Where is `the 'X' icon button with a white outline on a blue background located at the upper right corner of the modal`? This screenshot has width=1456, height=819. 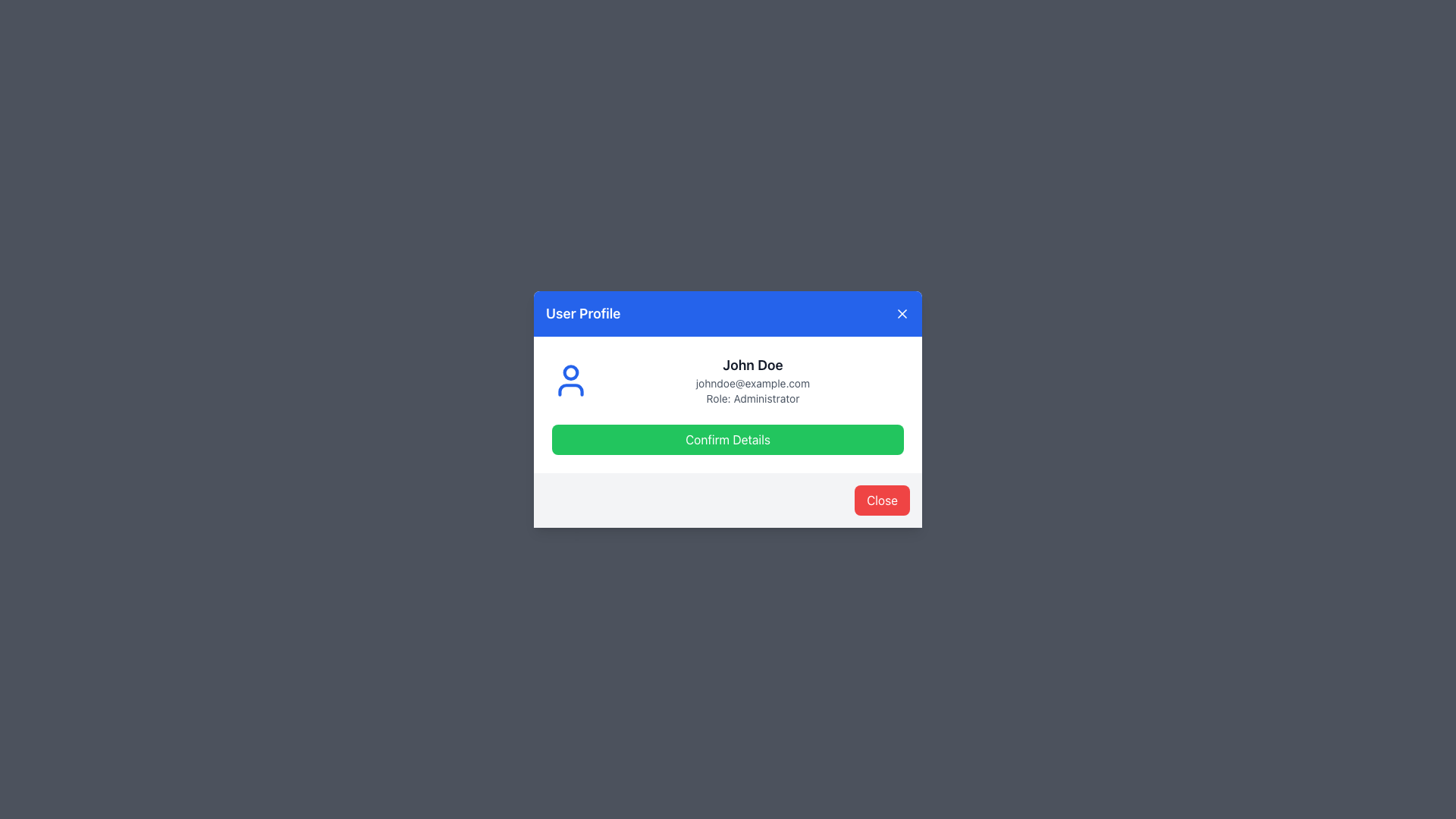 the 'X' icon button with a white outline on a blue background located at the upper right corner of the modal is located at coordinates (902, 312).